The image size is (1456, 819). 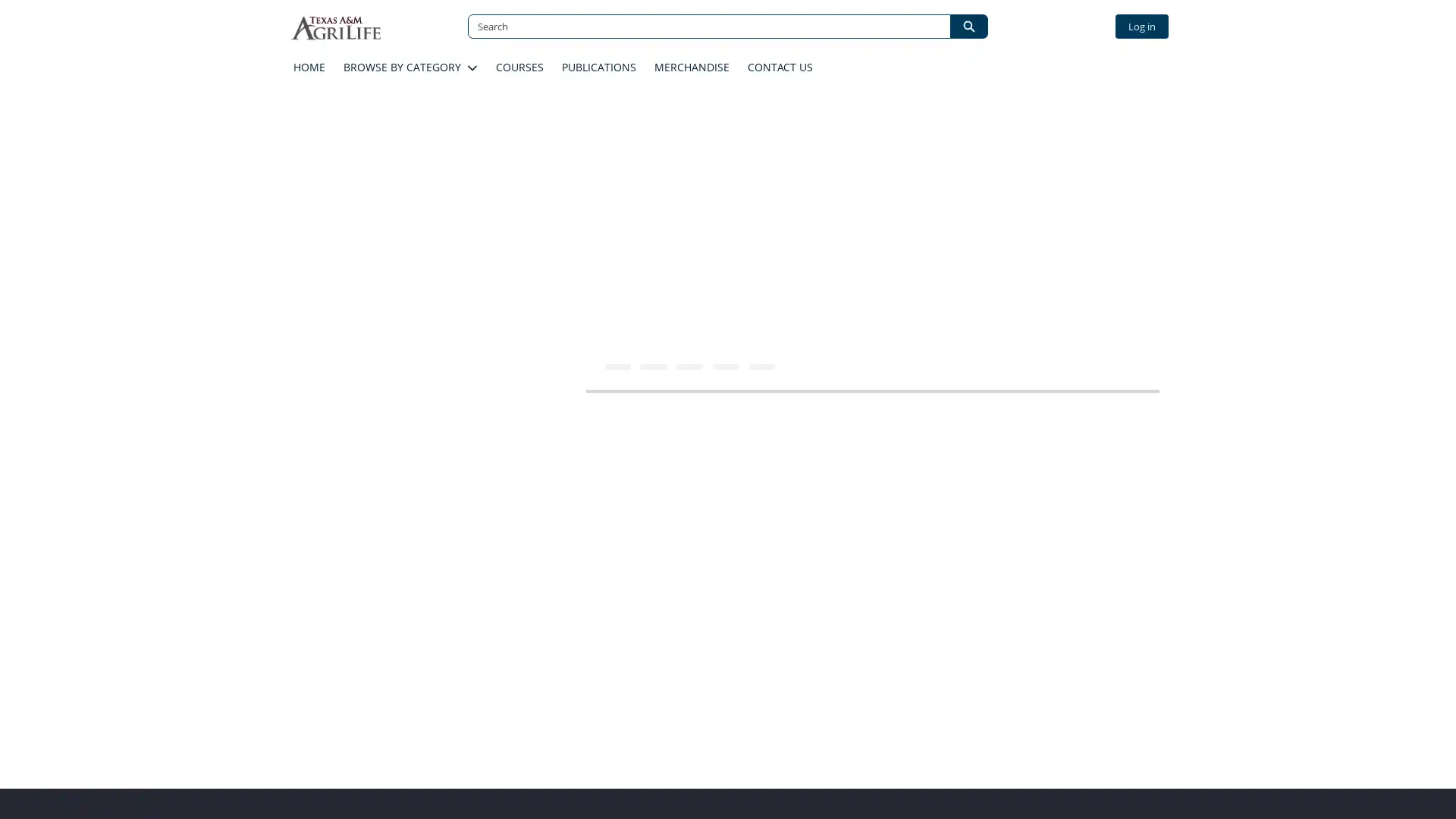 What do you see at coordinates (643, 348) in the screenshot?
I see `Decrease number of items` at bounding box center [643, 348].